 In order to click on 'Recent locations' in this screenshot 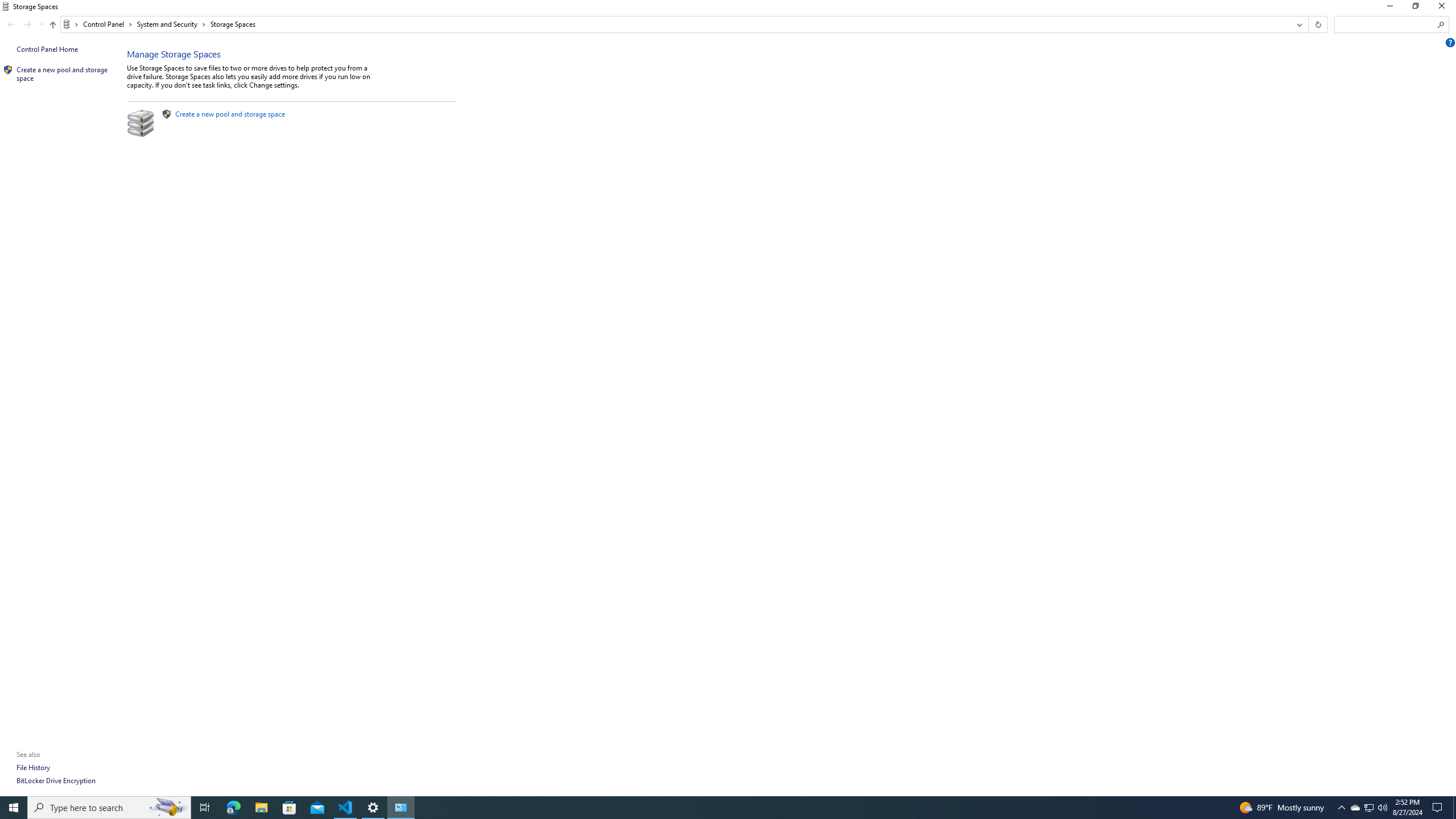, I will do `click(40, 24)`.